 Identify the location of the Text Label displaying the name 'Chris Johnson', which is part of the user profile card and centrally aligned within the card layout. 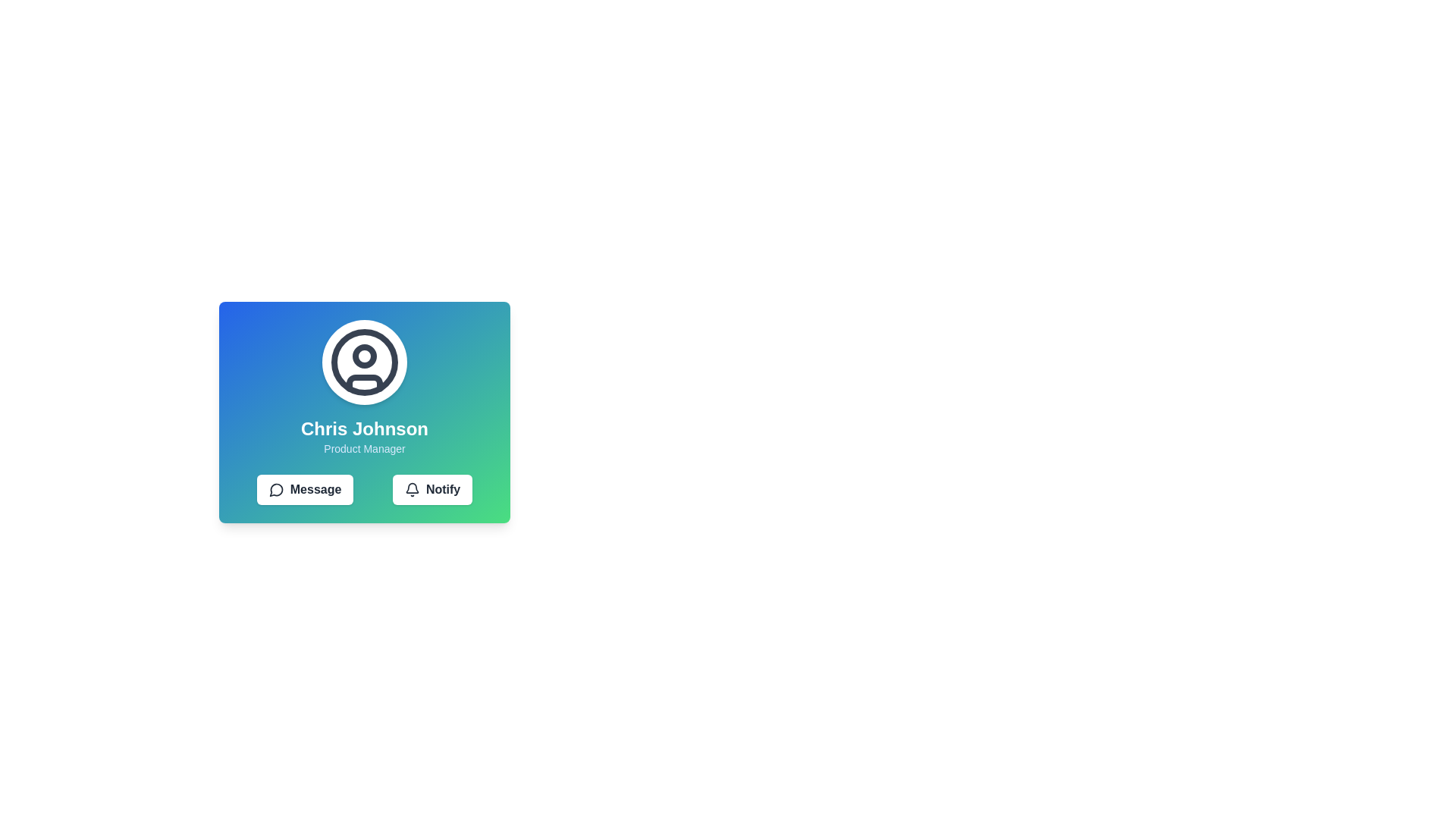
(364, 429).